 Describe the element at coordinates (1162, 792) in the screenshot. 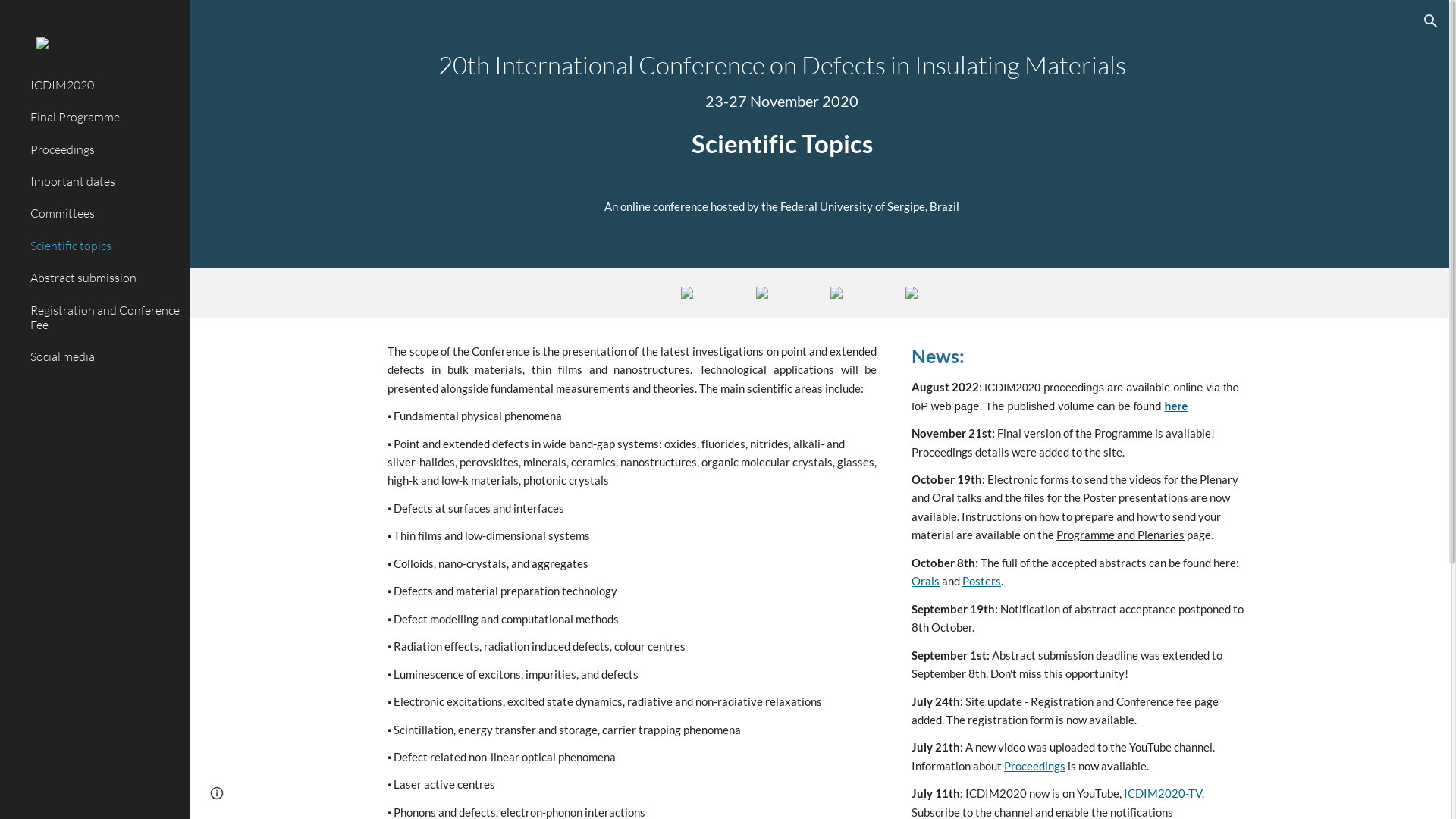

I see `'ICDIM2020-TV'` at that location.